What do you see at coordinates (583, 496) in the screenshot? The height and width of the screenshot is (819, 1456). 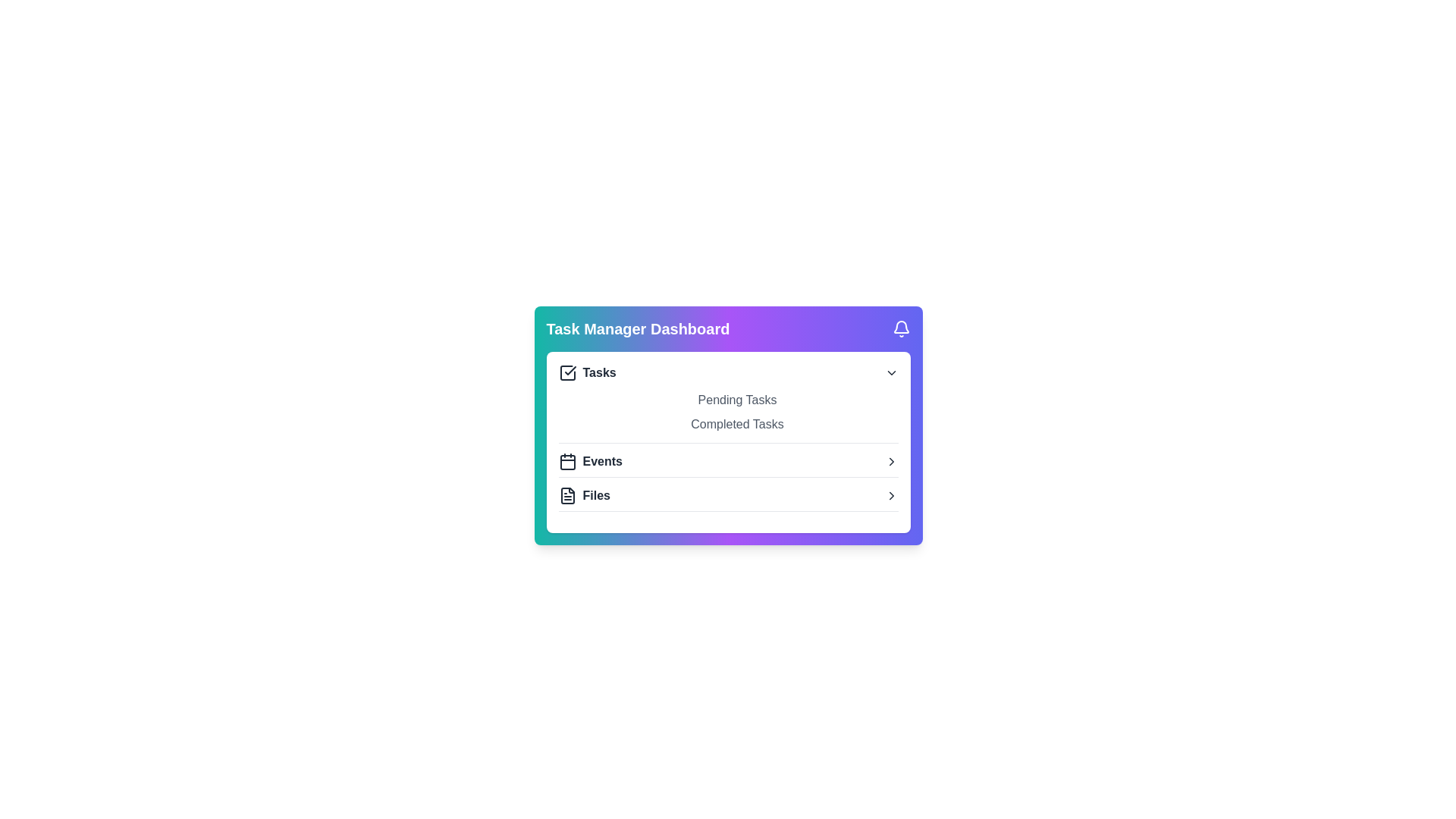 I see `the 'Files' navigation entry located in the bottom portion of the list of dashboard options, below the 'Events' entry` at bounding box center [583, 496].